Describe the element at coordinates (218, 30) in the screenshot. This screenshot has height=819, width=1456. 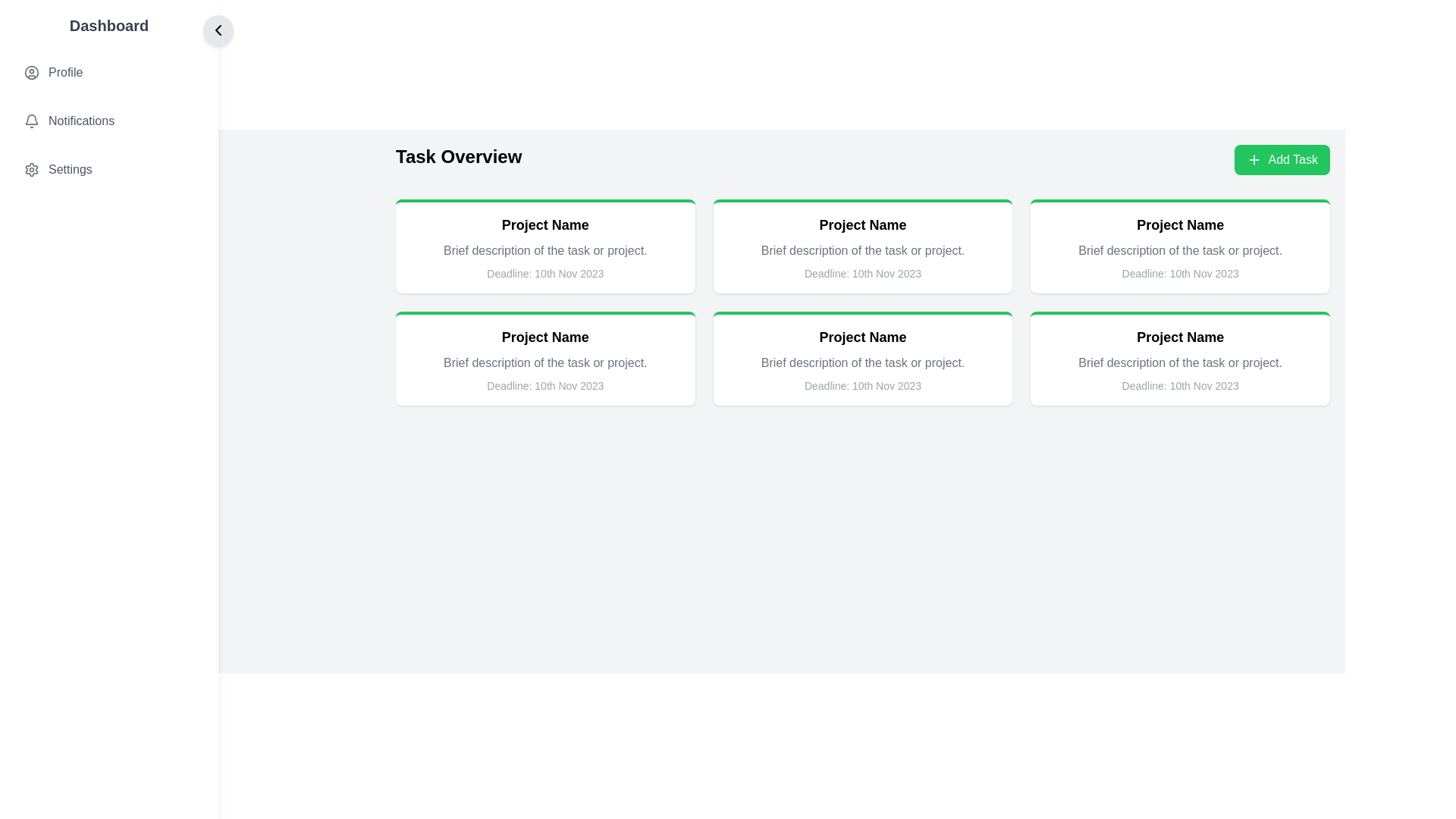
I see `the chevron icon in the left sidebar` at that location.